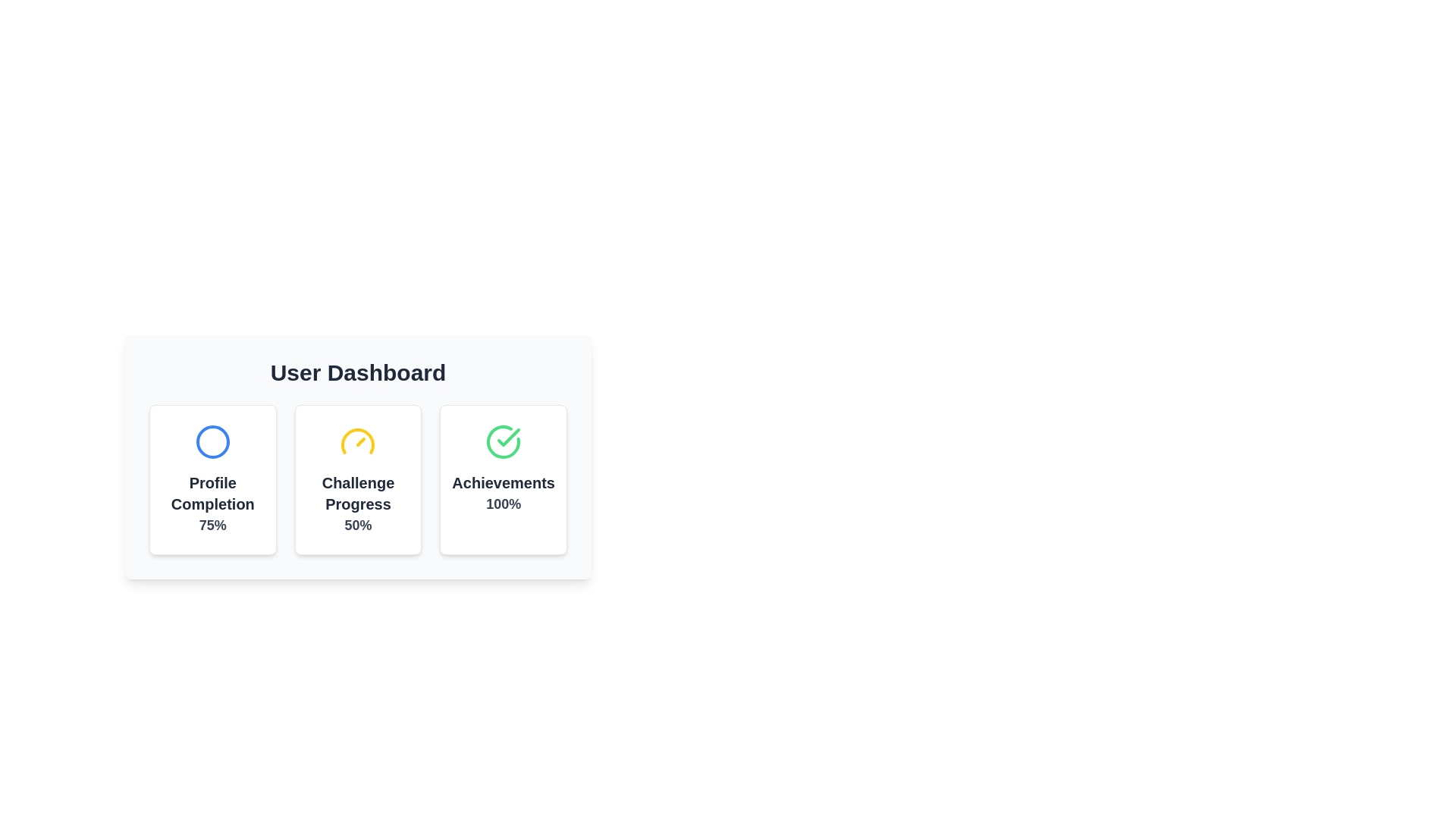  Describe the element at coordinates (504, 504) in the screenshot. I see `the label displaying '100%' in bold dark gray font, located beneath the 'Achievements' text in the white rounded rectangular card on the User Dashboard interface` at that location.